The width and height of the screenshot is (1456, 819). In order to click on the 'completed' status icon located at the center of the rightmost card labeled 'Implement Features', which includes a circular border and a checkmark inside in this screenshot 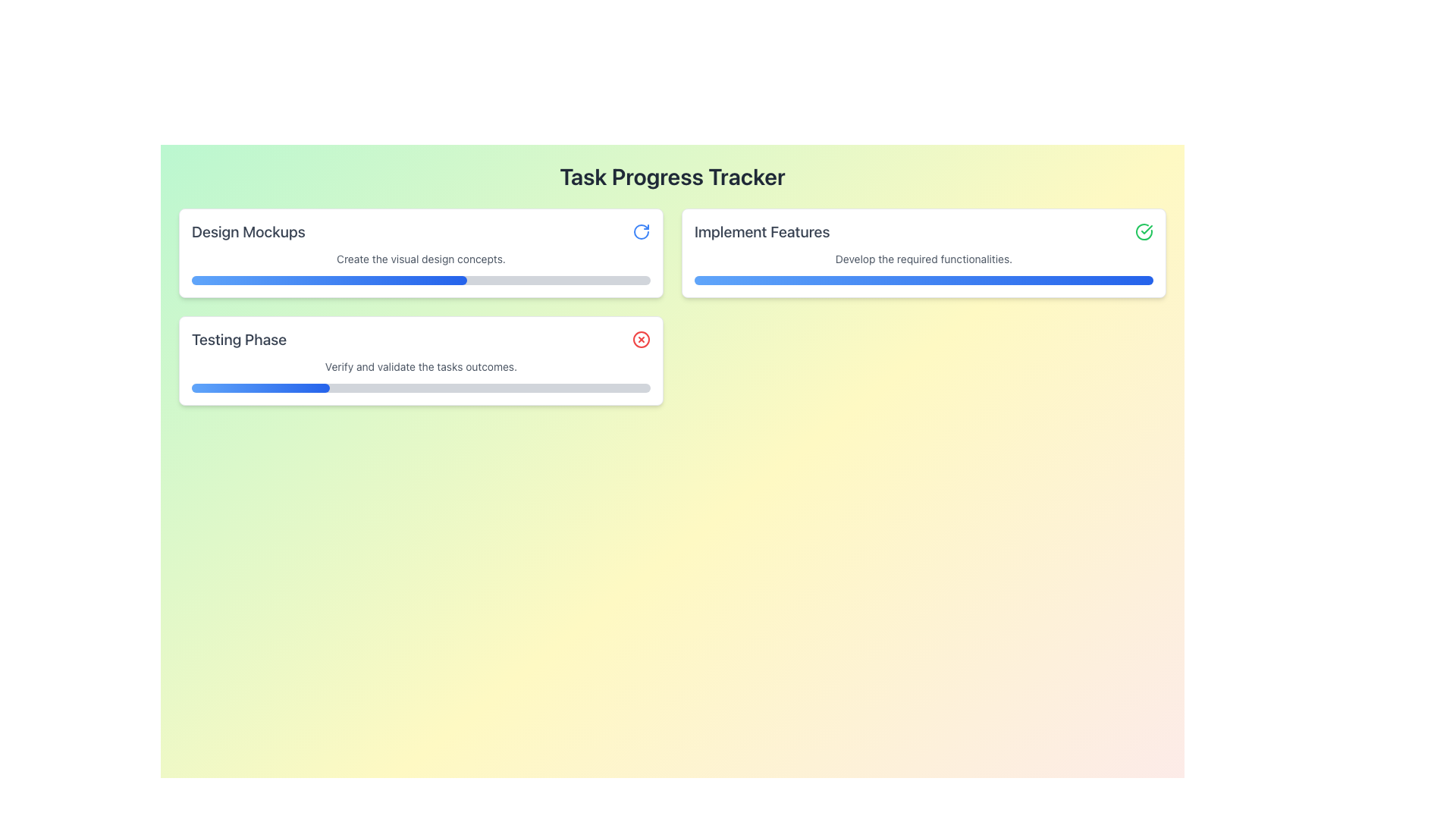, I will do `click(1147, 230)`.